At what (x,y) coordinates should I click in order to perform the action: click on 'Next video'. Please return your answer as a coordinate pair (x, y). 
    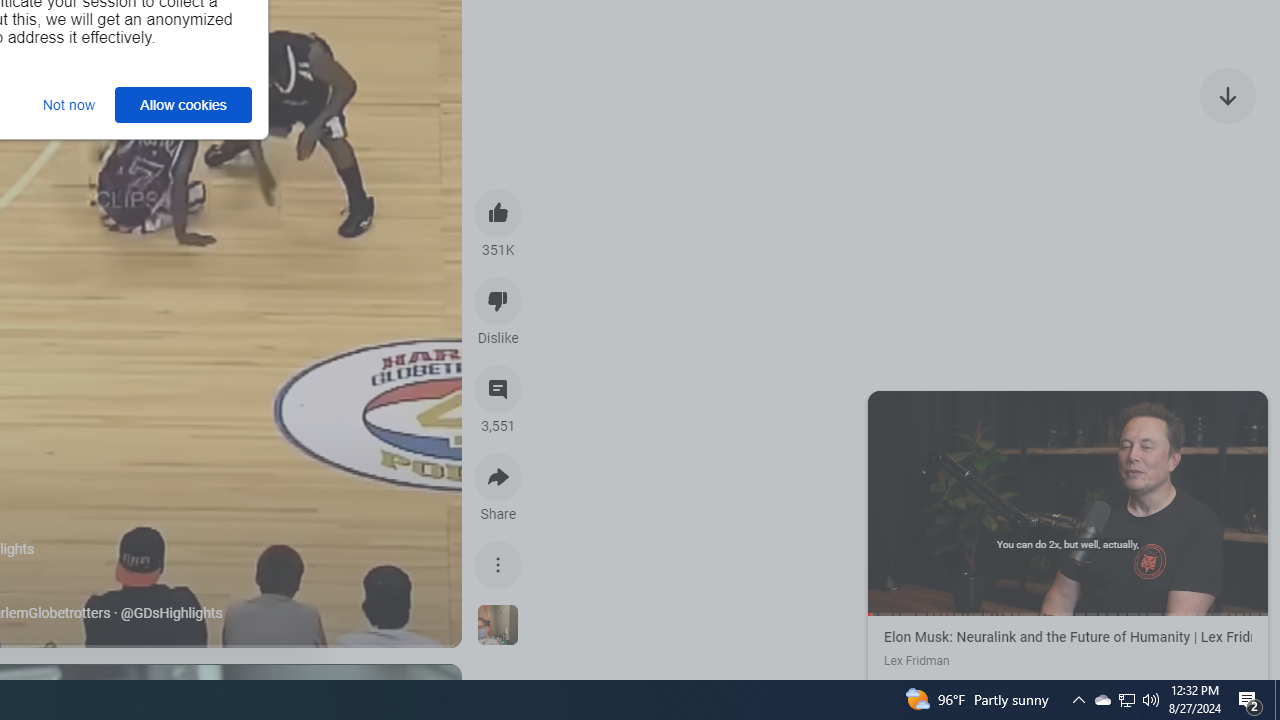
    Looking at the image, I should click on (1227, 95).